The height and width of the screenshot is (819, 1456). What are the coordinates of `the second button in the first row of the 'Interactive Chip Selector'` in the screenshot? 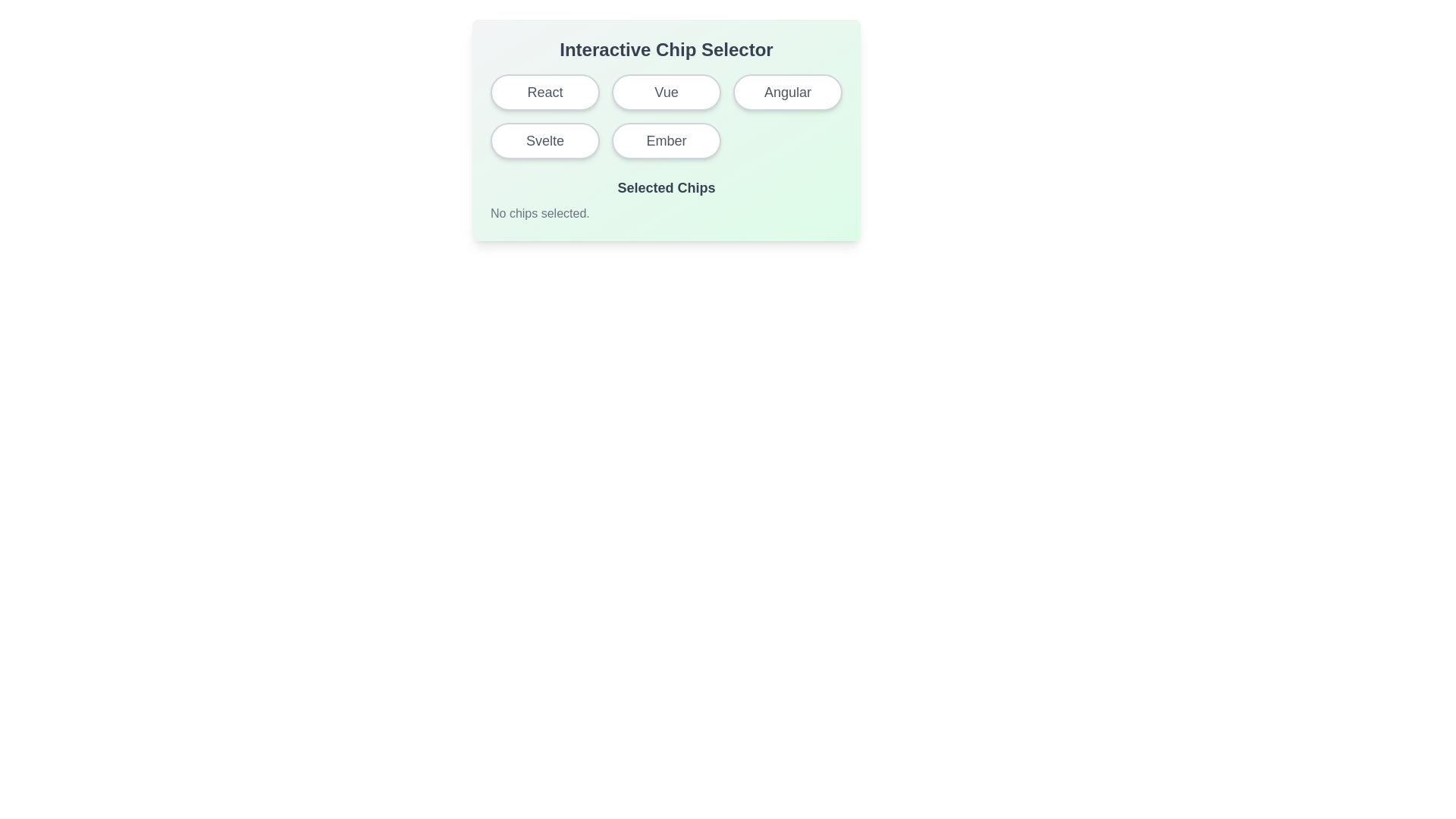 It's located at (666, 93).